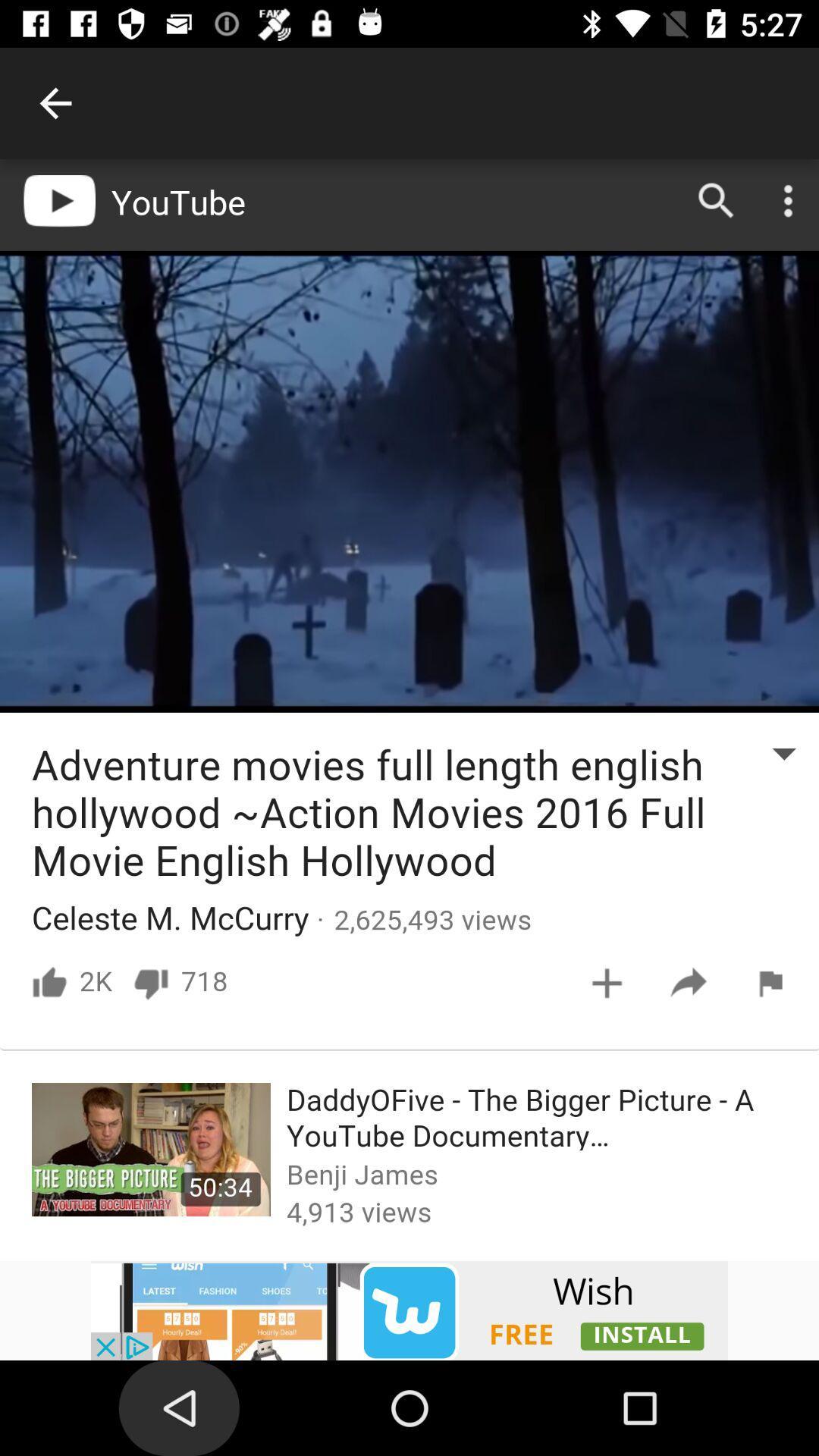 Image resolution: width=819 pixels, height=1456 pixels. Describe the element at coordinates (409, 1310) in the screenshot. I see `video` at that location.